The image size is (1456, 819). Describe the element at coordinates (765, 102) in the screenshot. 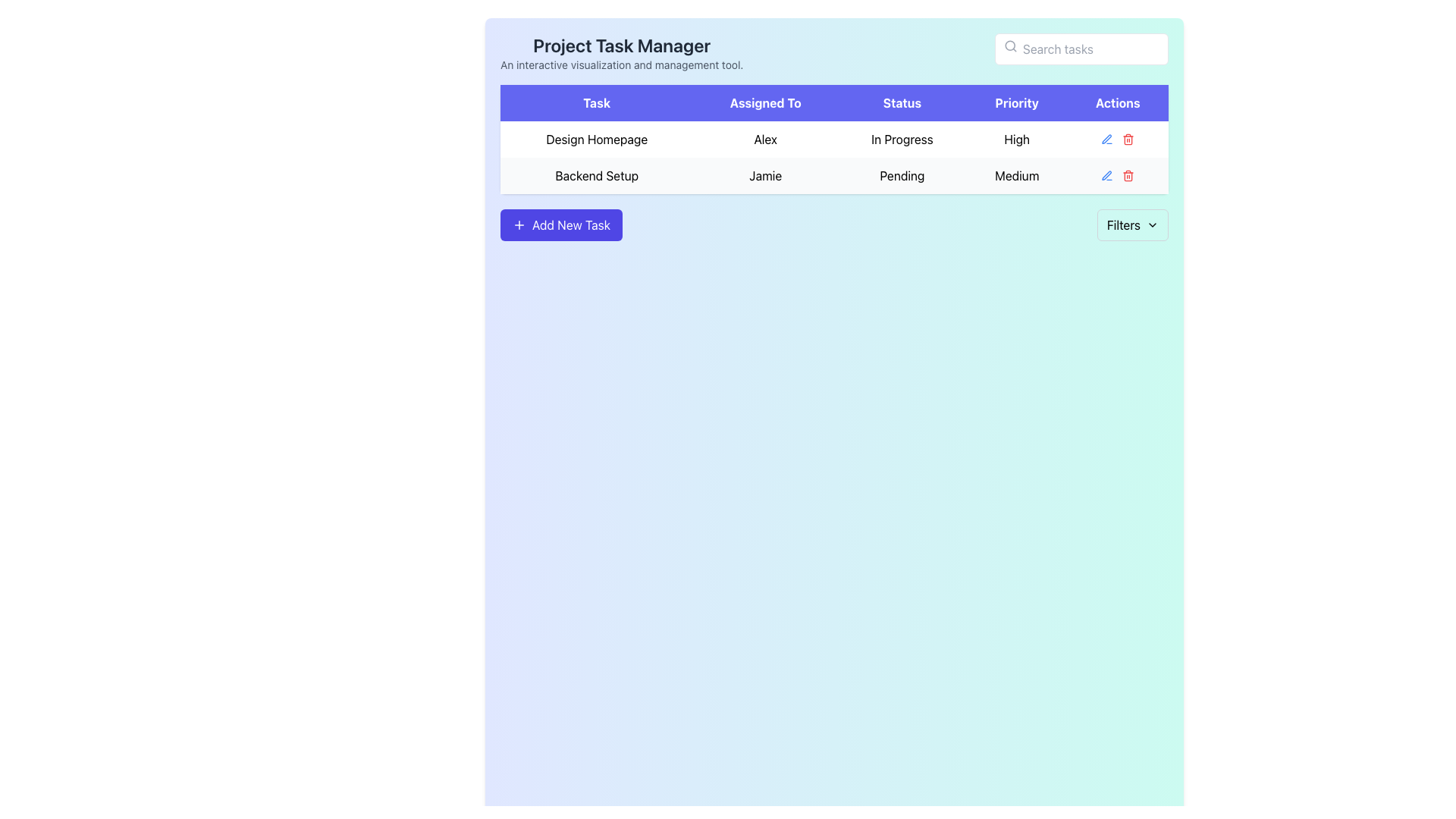

I see `the 'Assigned To' text label, which is part of the header row in the table, displayed in white text on a purple background` at that location.